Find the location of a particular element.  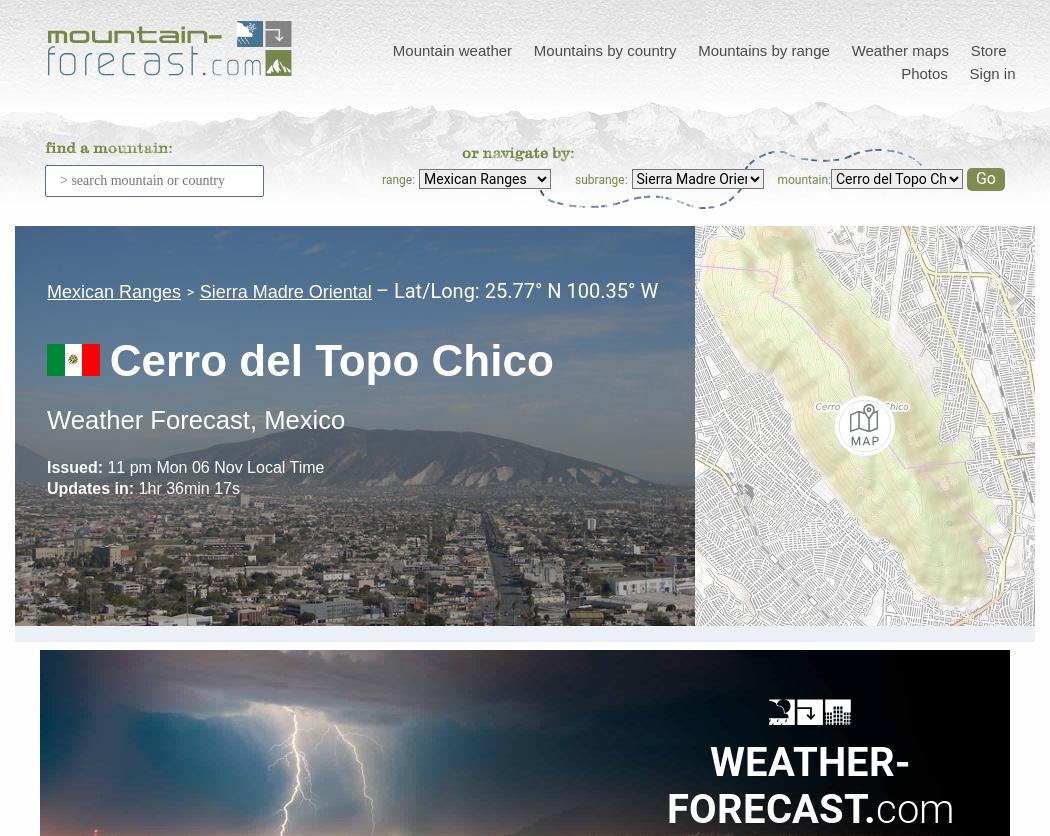

'– Lat/Long:' is located at coordinates (428, 290).